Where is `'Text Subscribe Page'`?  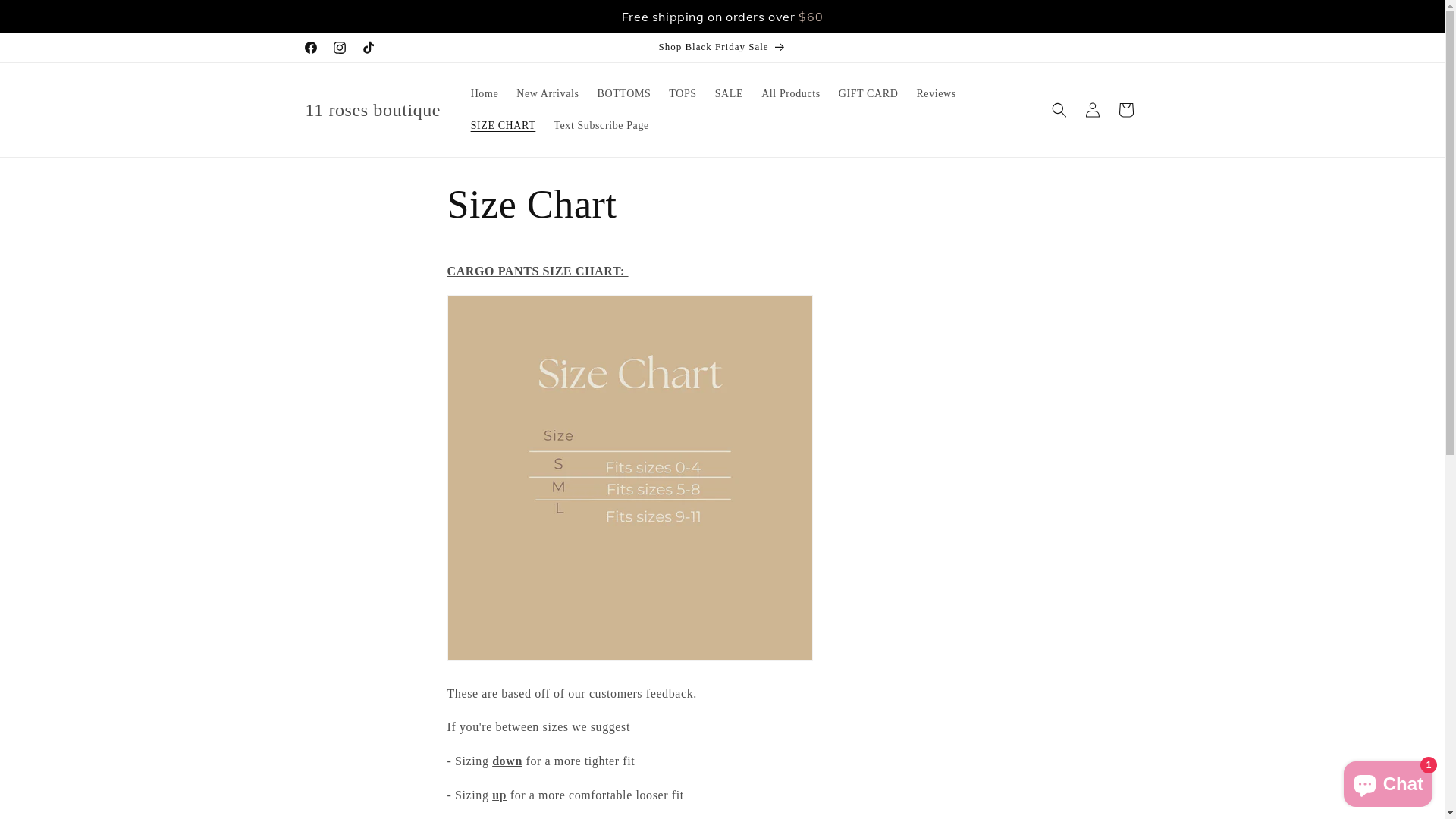
'Text Subscribe Page' is located at coordinates (600, 124).